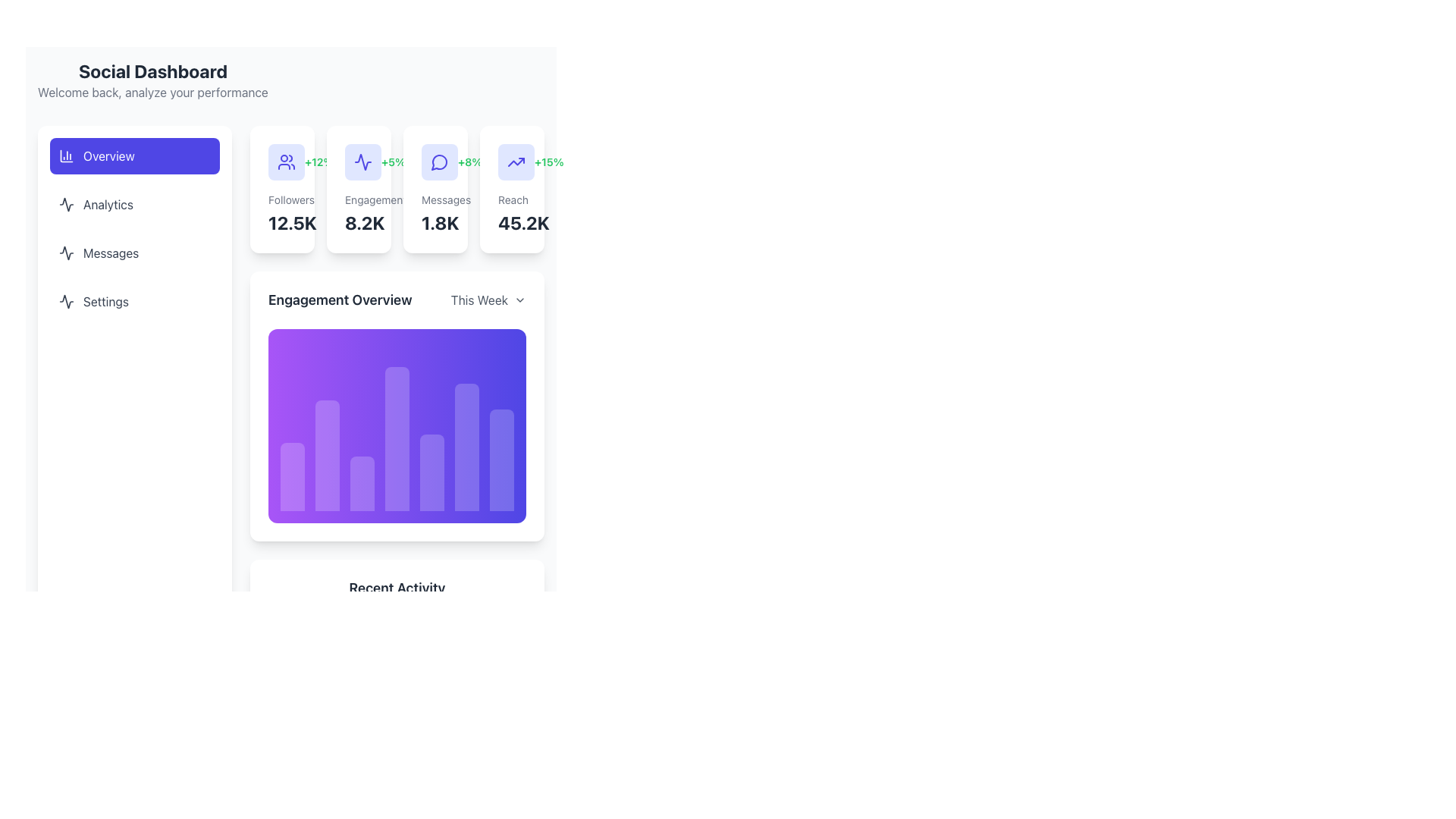  Describe the element at coordinates (152, 93) in the screenshot. I see `static text element that says 'Welcome back, analyze your performance', which is located beneath the 'Social Dashboard' header` at that location.